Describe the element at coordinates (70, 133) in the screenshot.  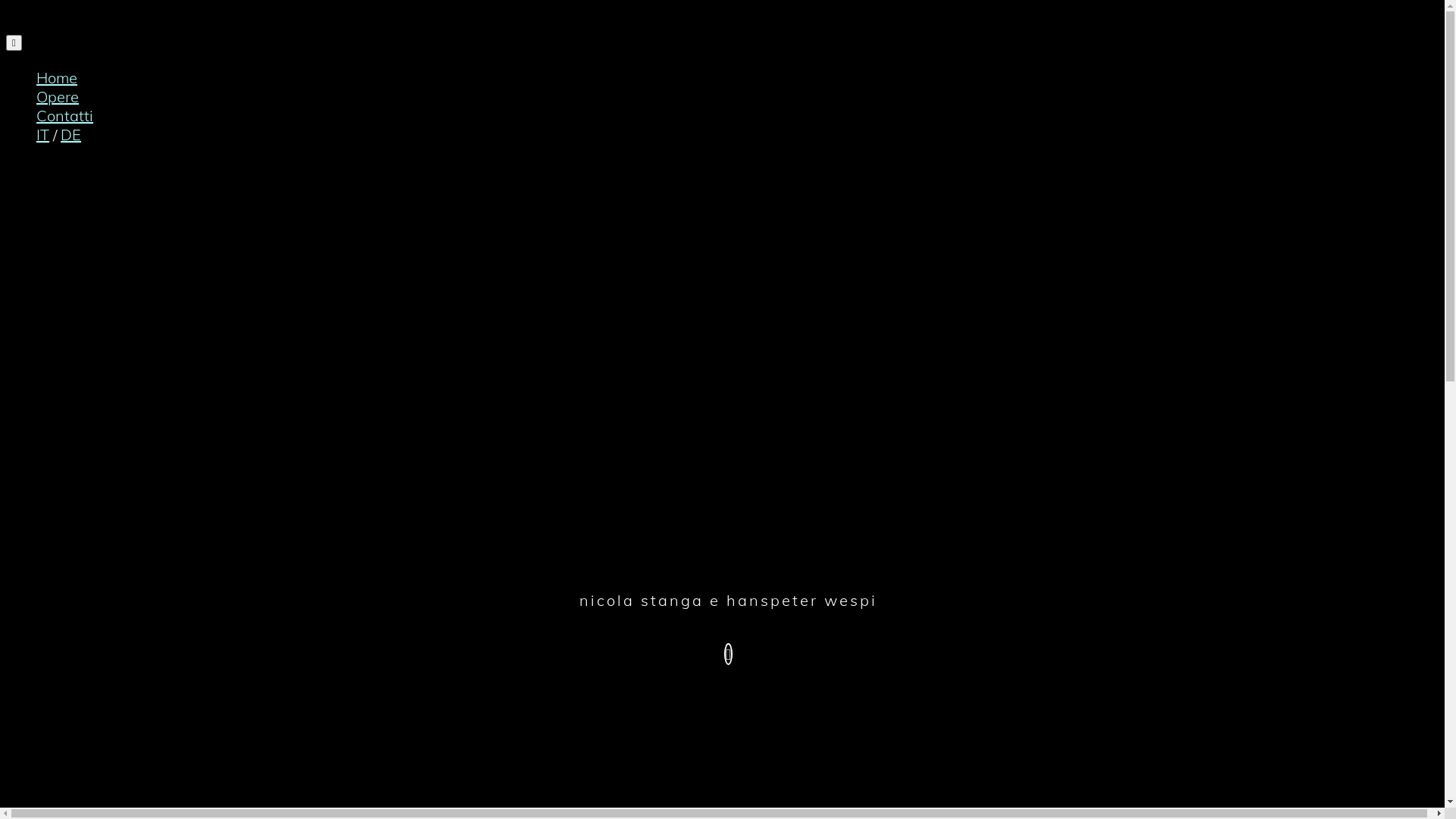
I see `'DE'` at that location.